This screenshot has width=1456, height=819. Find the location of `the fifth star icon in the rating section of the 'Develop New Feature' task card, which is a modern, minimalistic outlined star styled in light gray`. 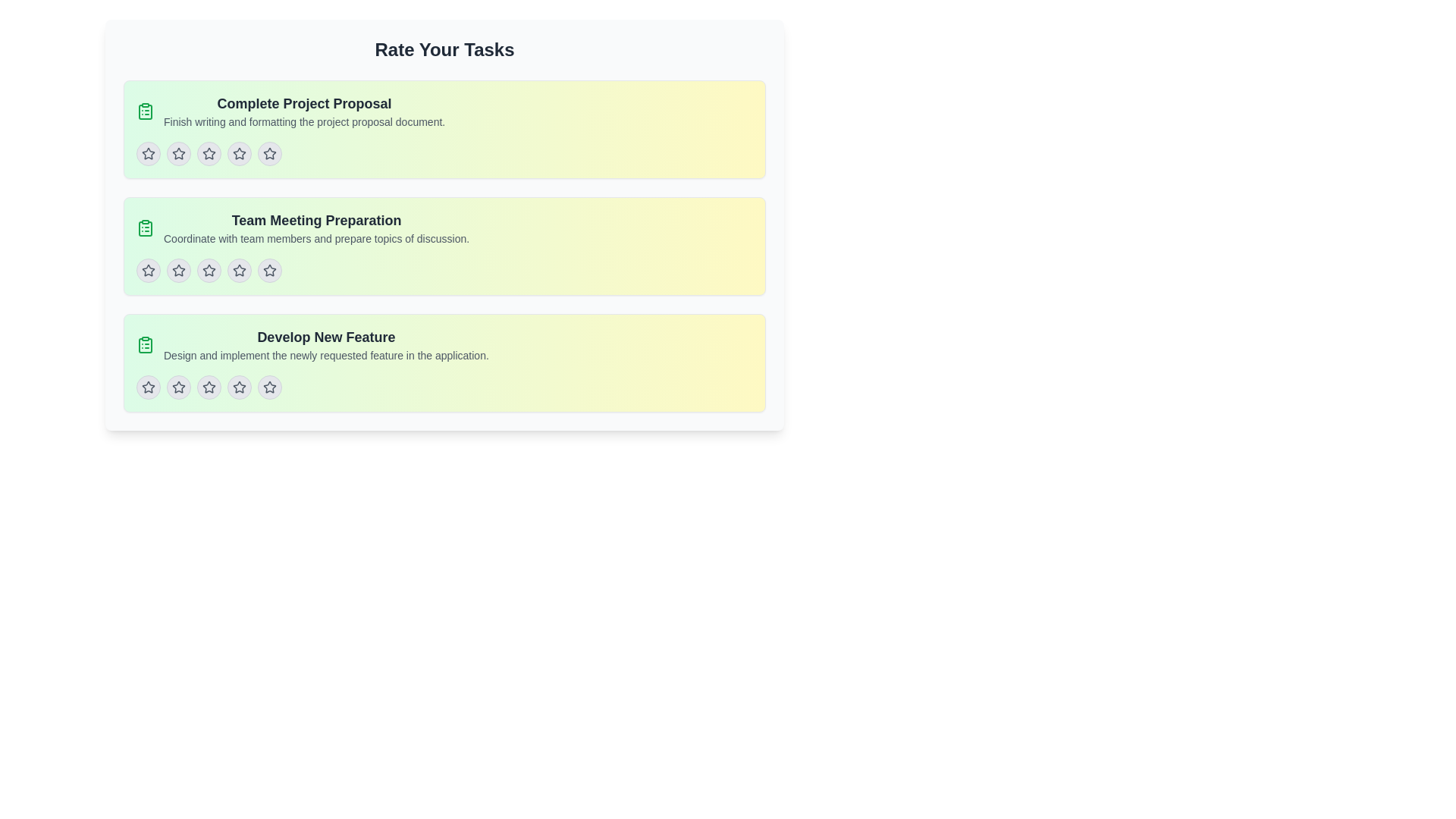

the fifth star icon in the rating section of the 'Develop New Feature' task card, which is a modern, minimalistic outlined star styled in light gray is located at coordinates (269, 386).